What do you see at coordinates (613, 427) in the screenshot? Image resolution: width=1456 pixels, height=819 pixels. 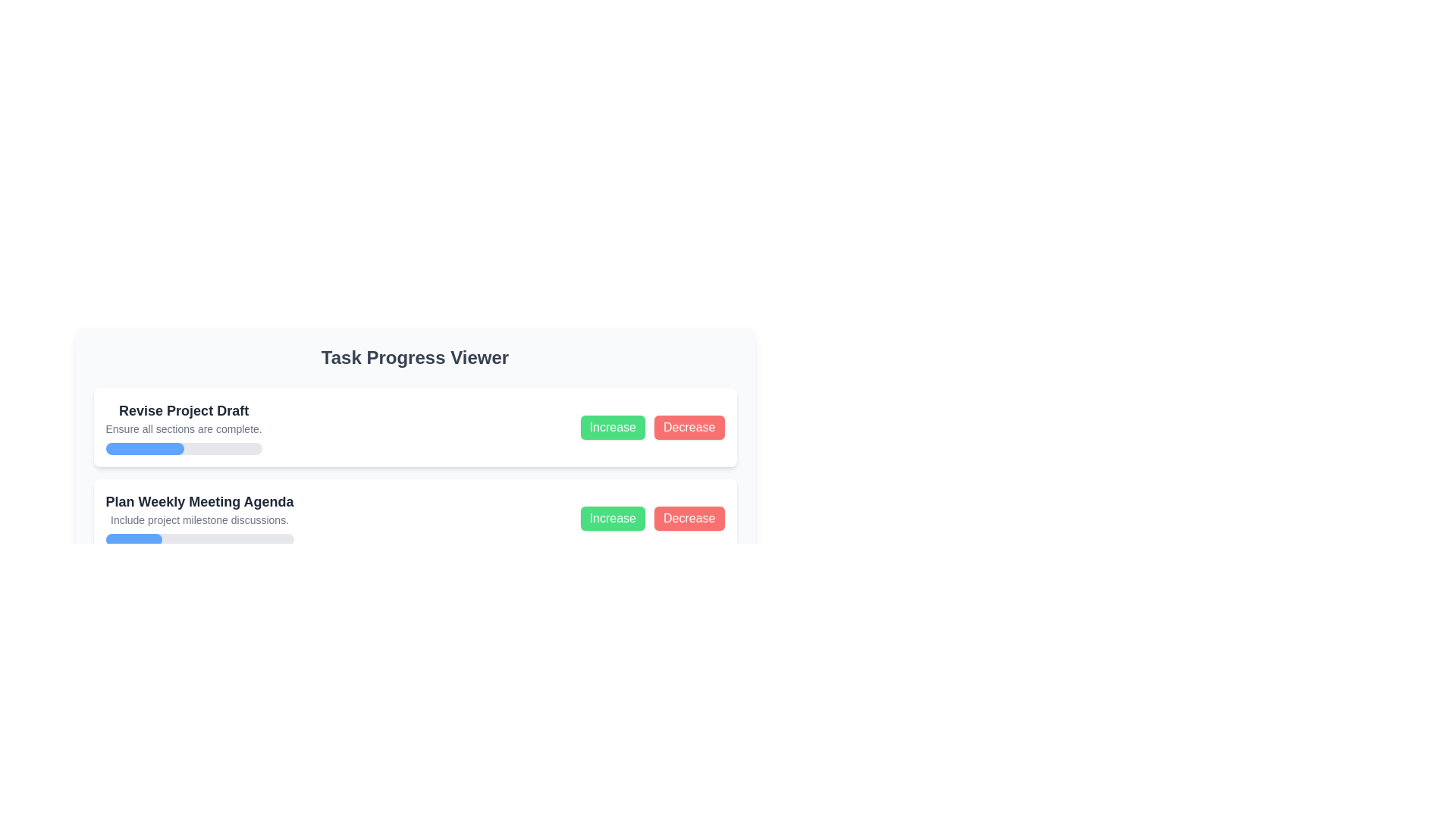 I see `the 'Increase' button for task 1` at bounding box center [613, 427].